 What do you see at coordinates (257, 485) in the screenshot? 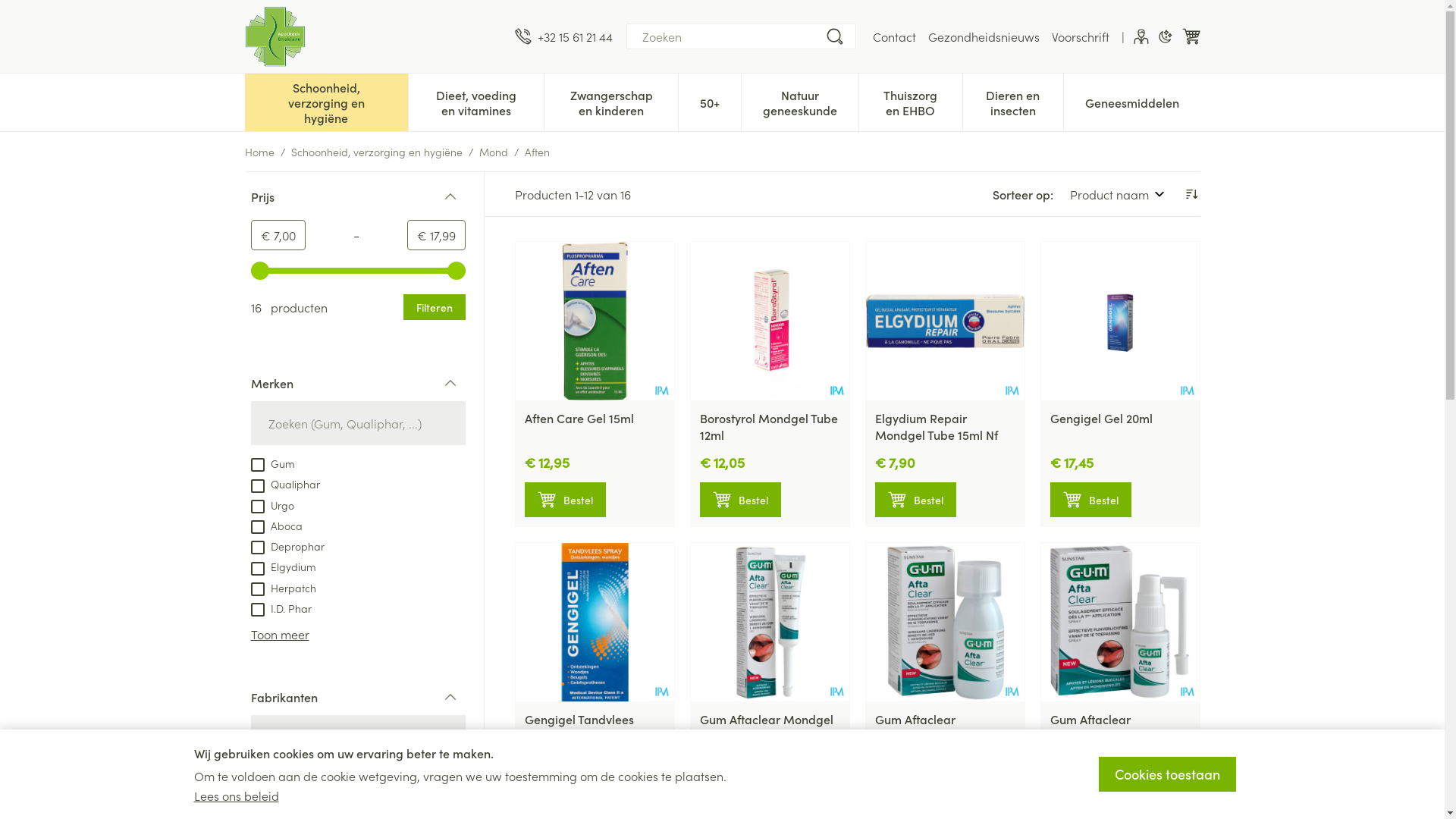
I see `'on'` at bounding box center [257, 485].